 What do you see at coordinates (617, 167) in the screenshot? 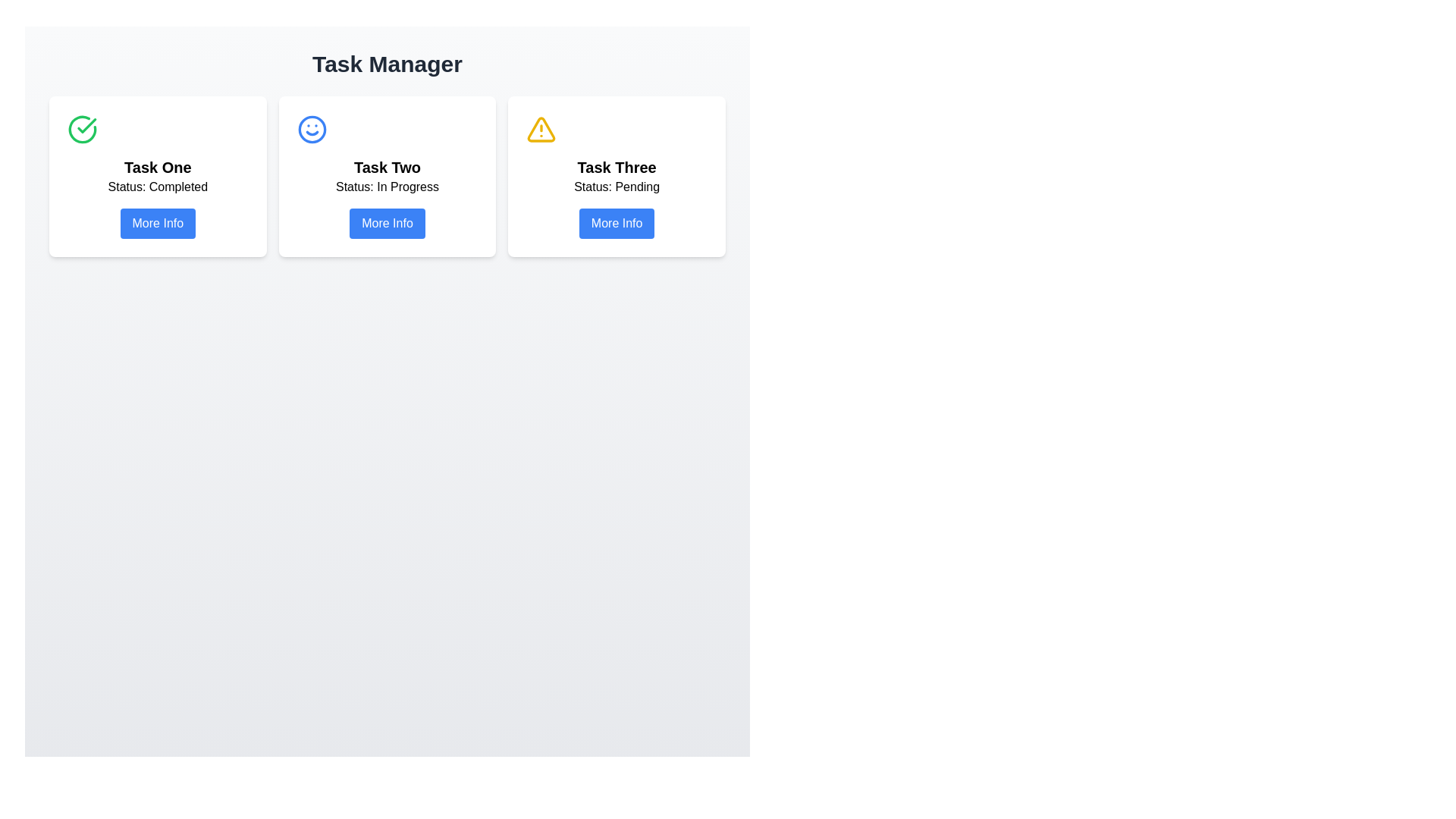
I see `the bold text 'Task Three' which is centrally positioned in a white card on the right side of a three-card layout, below the alert icon and above the text 'Status: Pending'` at bounding box center [617, 167].